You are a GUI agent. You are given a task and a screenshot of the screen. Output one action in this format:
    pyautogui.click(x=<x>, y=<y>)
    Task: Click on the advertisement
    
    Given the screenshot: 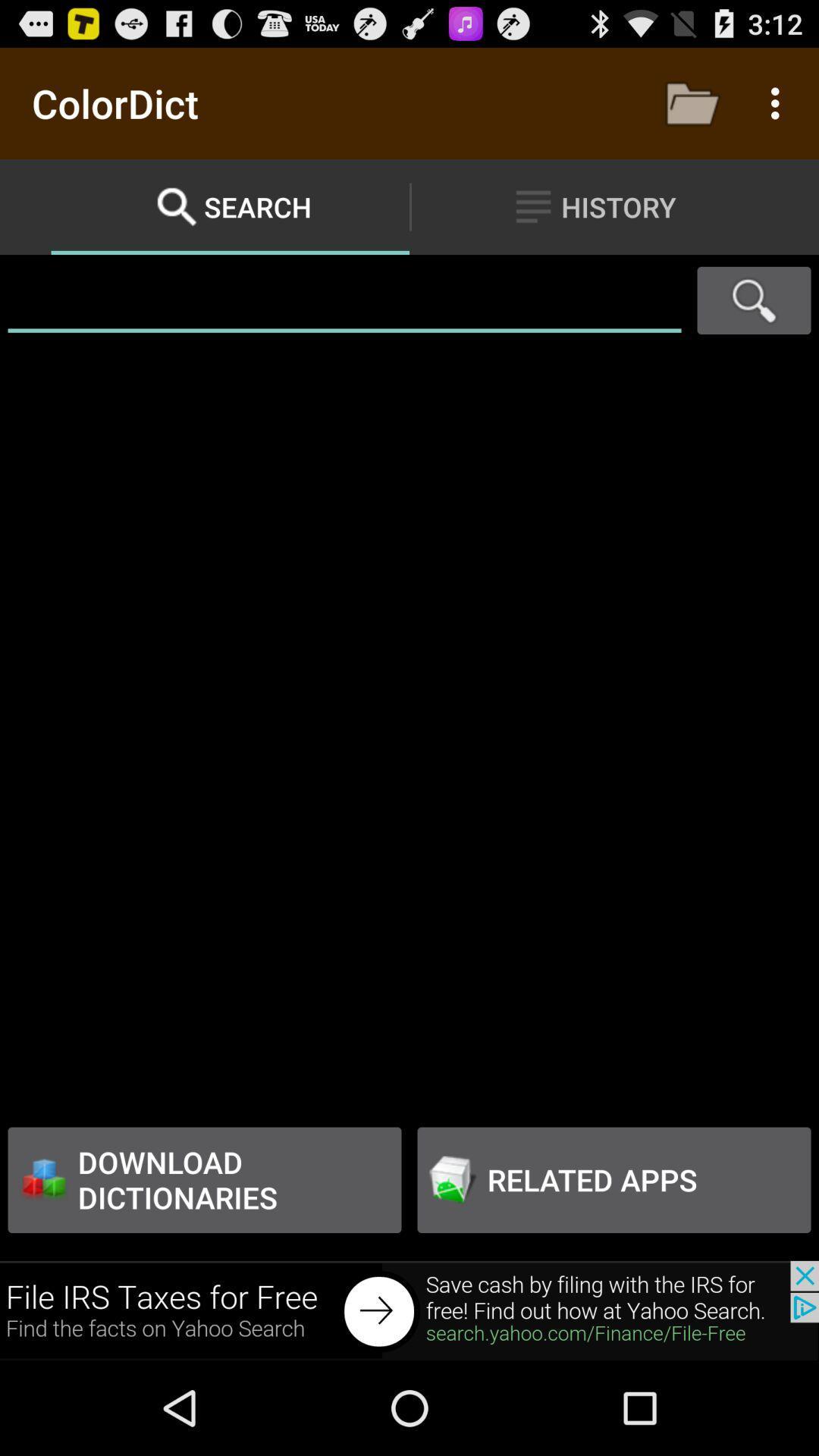 What is the action you would take?
    pyautogui.click(x=409, y=1310)
    